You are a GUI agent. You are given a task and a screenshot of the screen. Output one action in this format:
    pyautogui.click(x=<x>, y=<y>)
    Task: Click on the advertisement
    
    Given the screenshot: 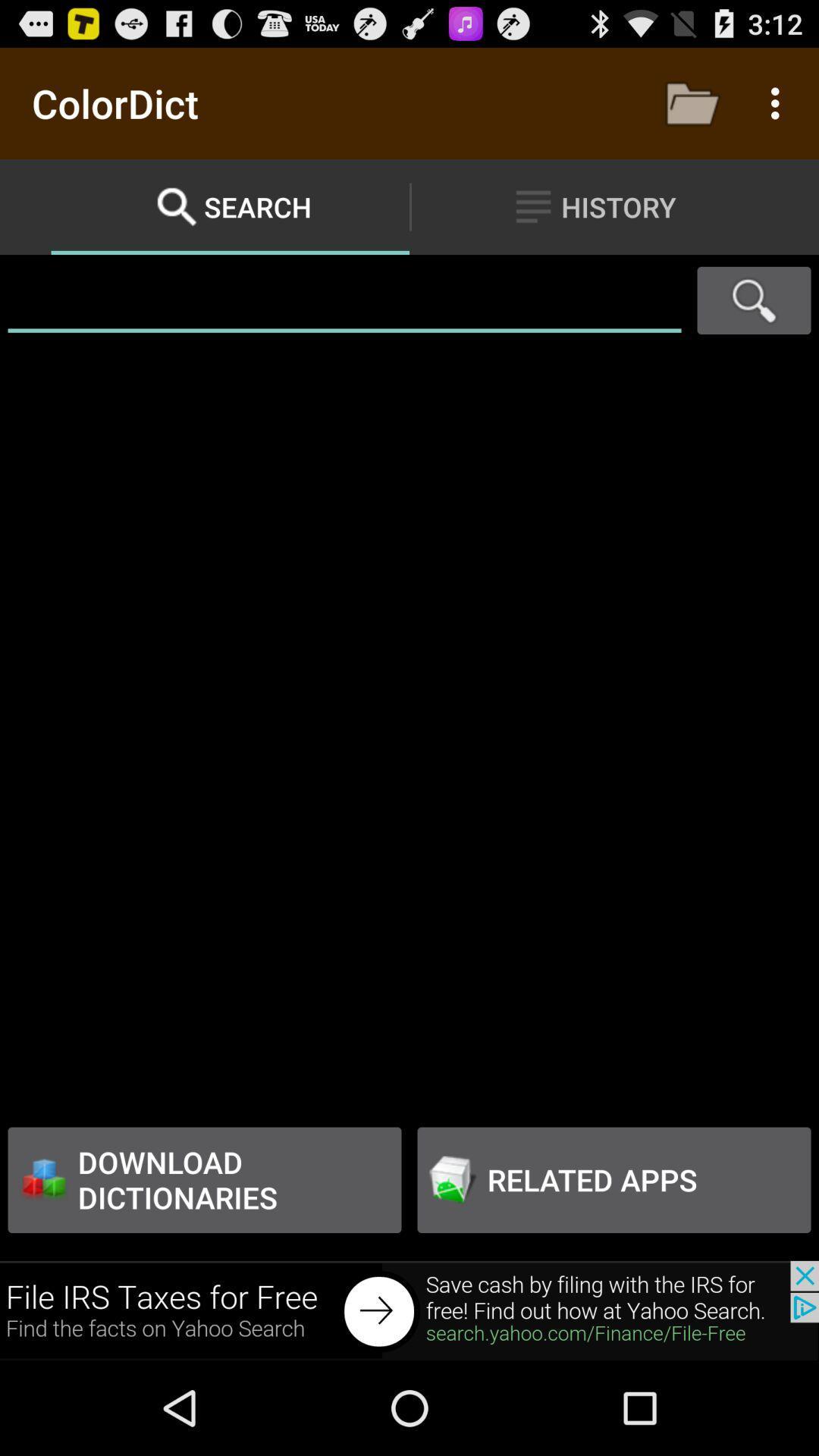 What is the action you would take?
    pyautogui.click(x=409, y=1310)
    